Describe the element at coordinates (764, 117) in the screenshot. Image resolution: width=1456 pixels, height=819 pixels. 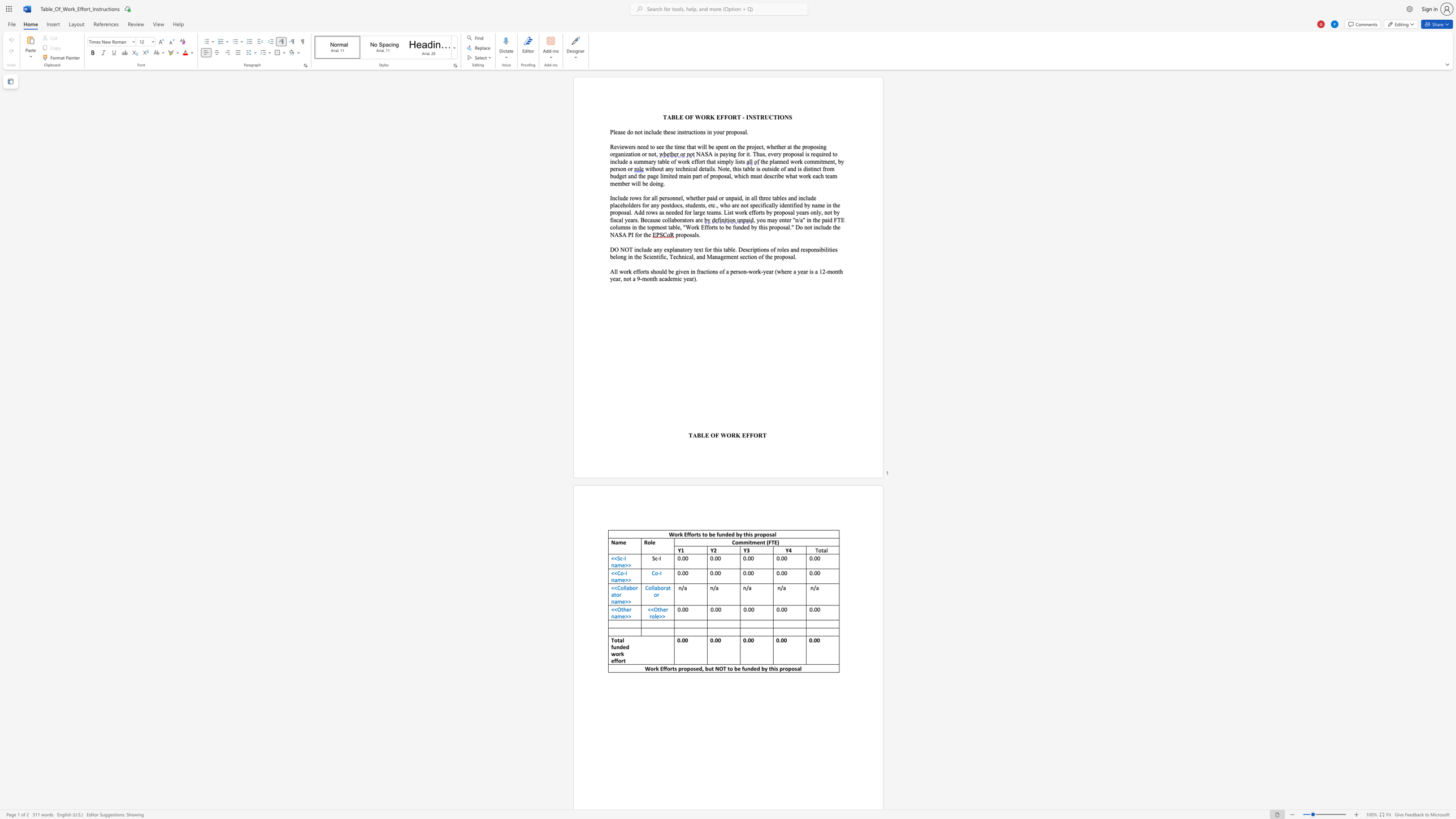
I see `the space between the continuous character "R" and "U" in the text` at that location.